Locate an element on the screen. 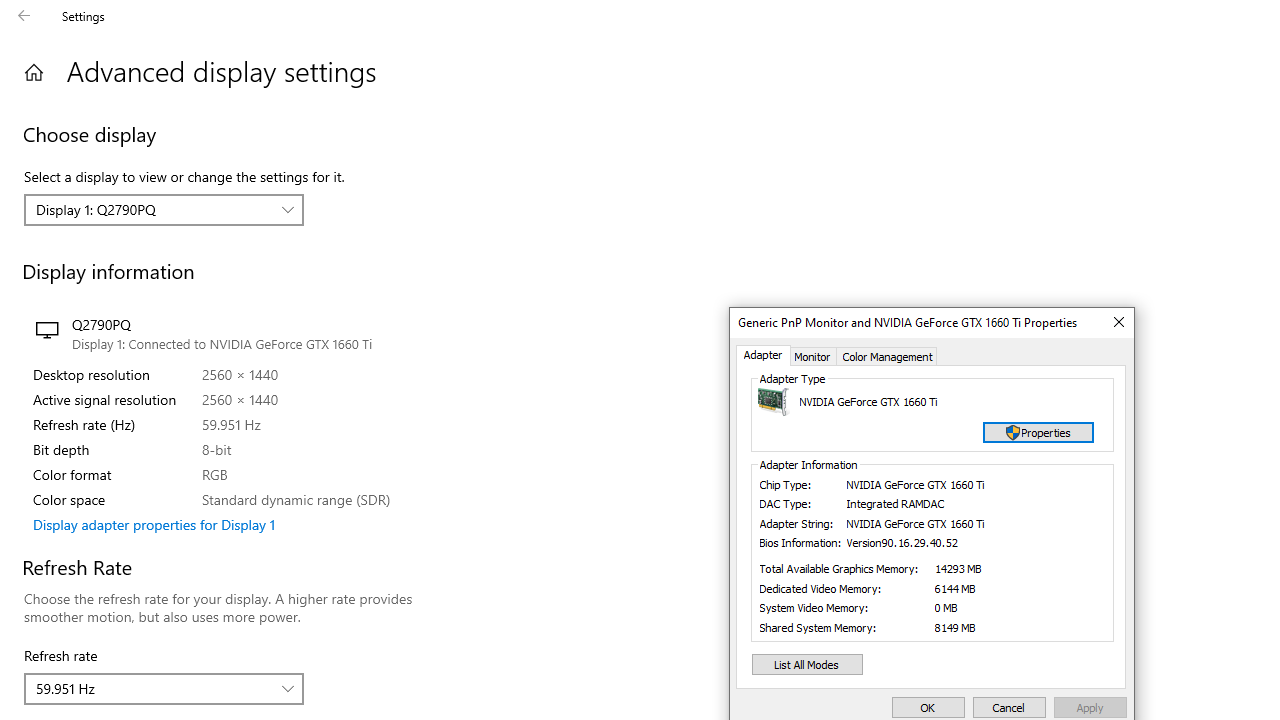 The height and width of the screenshot is (720, 1280). 'OK' is located at coordinates (927, 706).